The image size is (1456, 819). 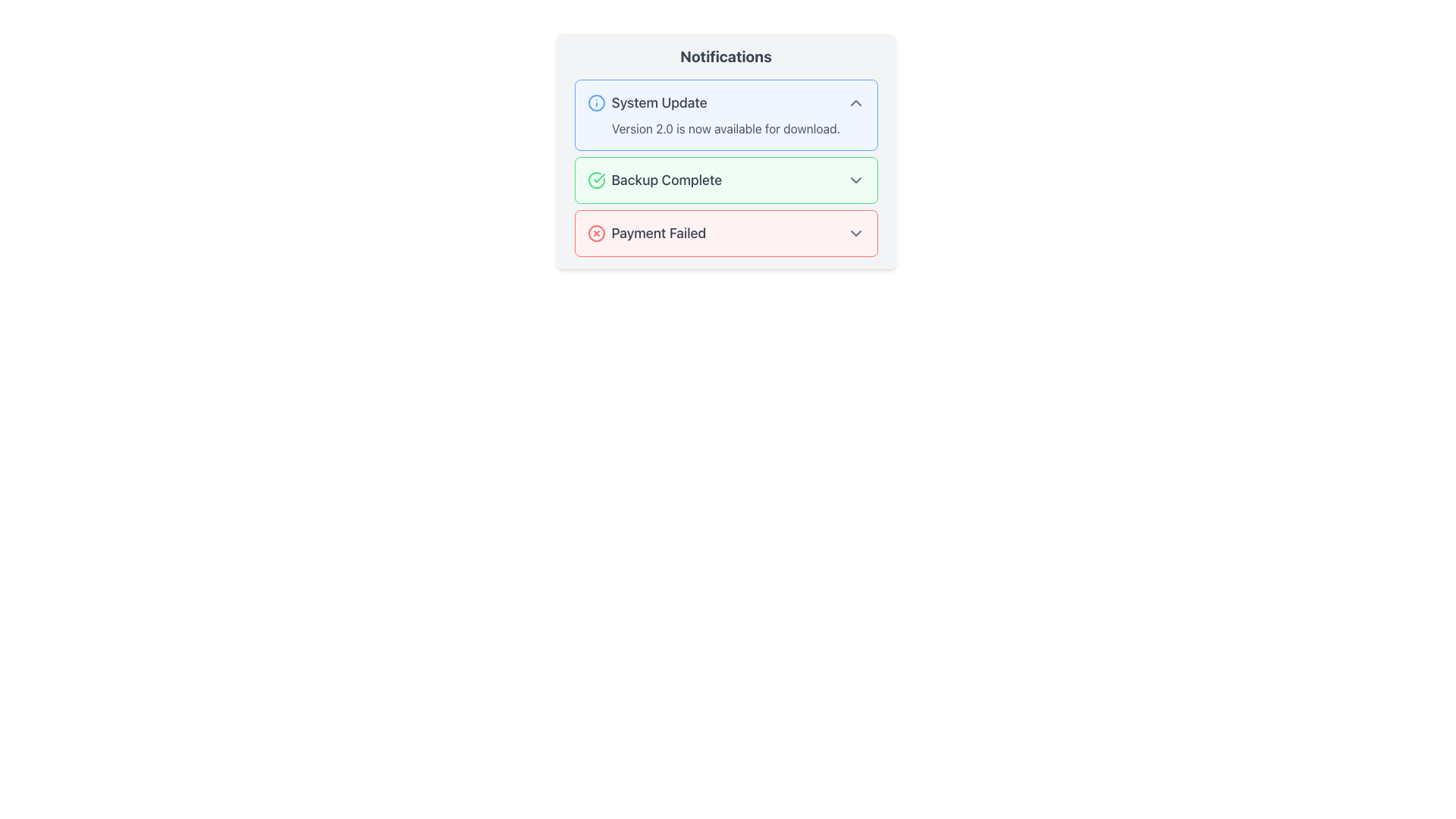 I want to click on the Notification Card that has a red border and light red background, displaying 'Payment Failed' in bold text, located below the 'Backup Complete' card, so click(x=725, y=234).